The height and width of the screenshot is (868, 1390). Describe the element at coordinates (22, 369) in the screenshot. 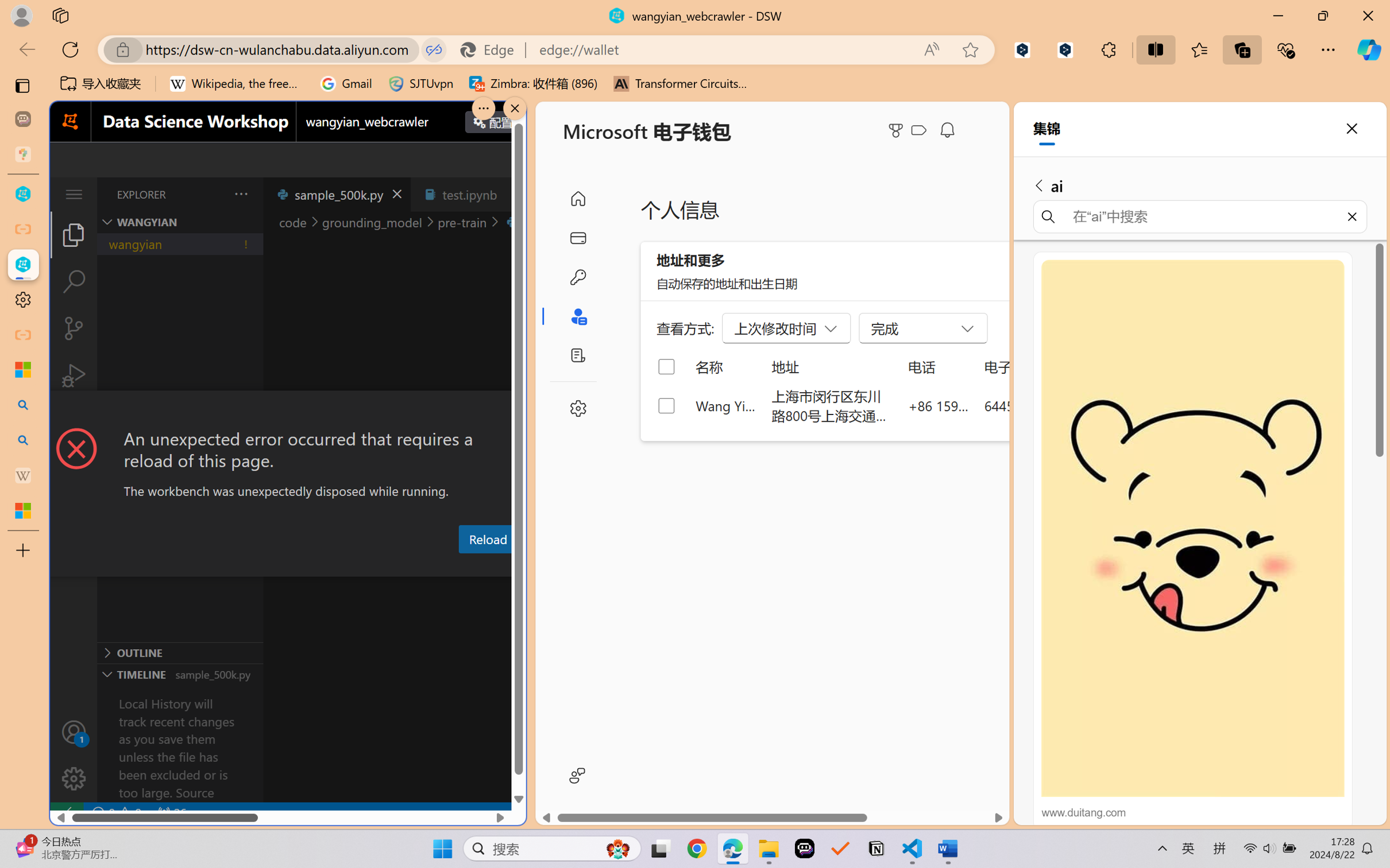

I see `'Microsoft security help and learning'` at that location.